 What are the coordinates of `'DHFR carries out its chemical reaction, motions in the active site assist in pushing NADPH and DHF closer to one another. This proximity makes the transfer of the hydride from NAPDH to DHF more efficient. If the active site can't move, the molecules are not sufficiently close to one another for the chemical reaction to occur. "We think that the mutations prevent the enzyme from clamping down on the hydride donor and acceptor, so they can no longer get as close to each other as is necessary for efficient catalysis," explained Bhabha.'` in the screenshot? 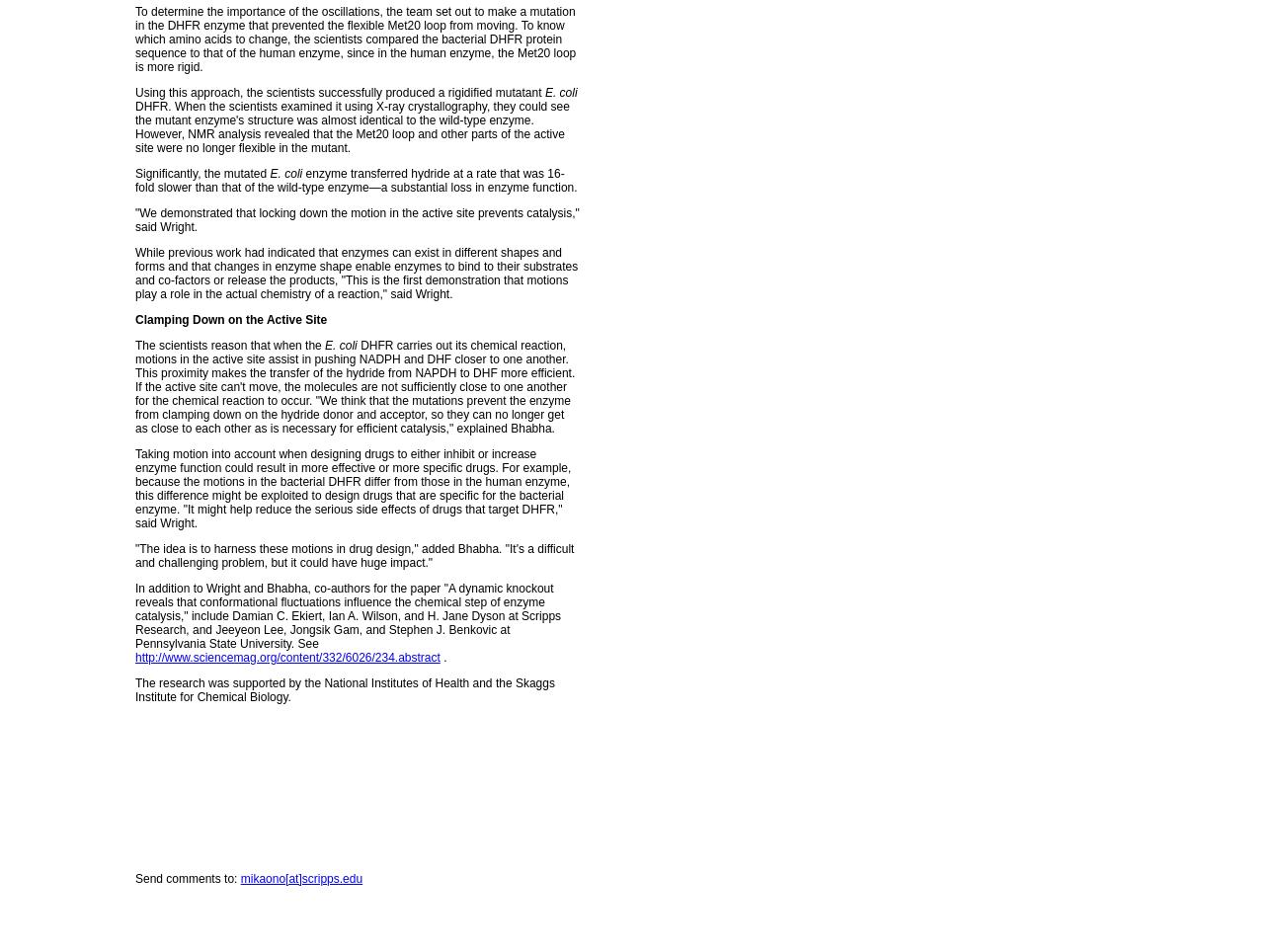 It's located at (354, 385).